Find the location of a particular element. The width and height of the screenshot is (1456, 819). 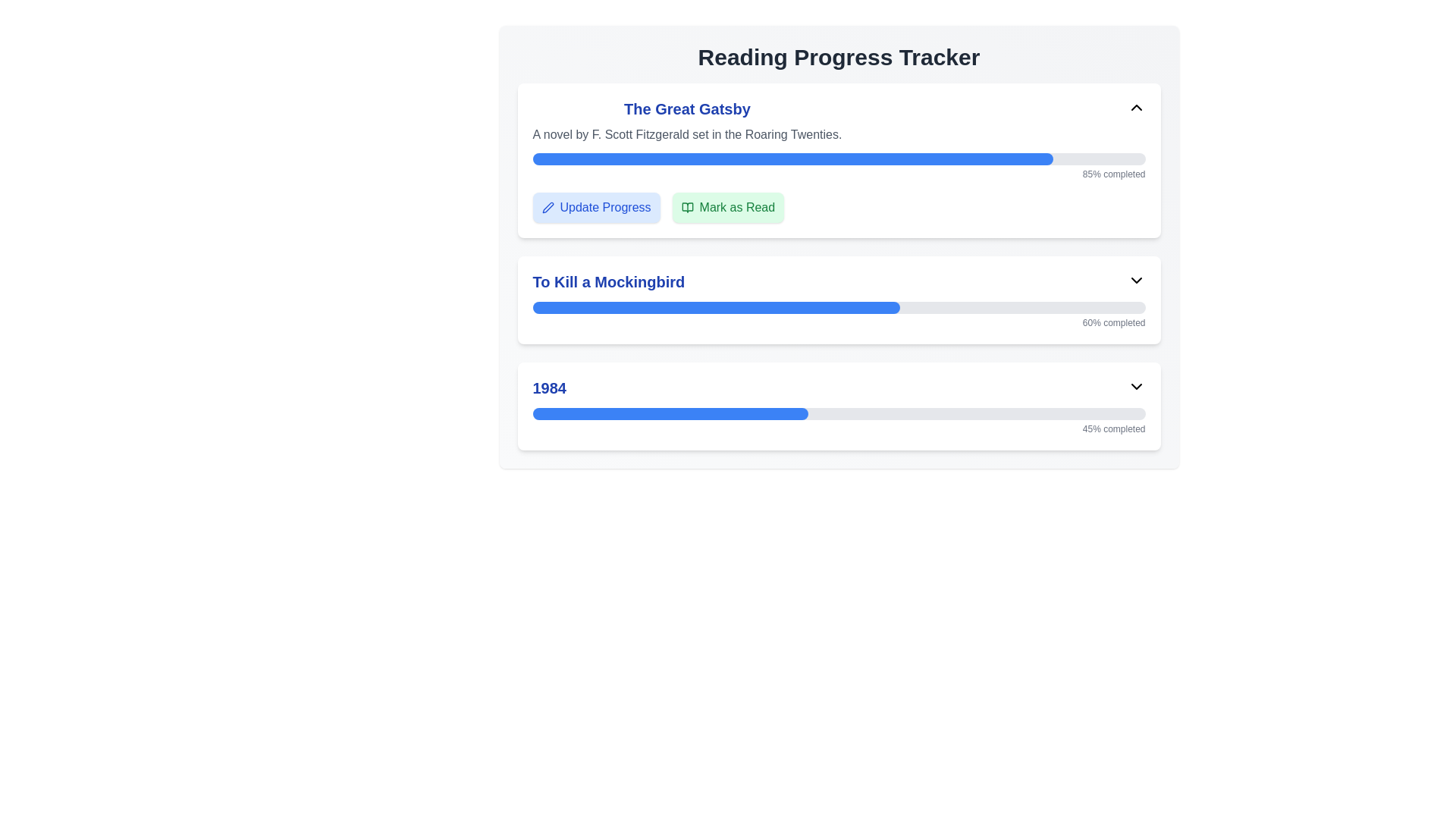

the progress bar indicating '85% completed' in the 'The Great Gatsby' section of the interface is located at coordinates (838, 166).